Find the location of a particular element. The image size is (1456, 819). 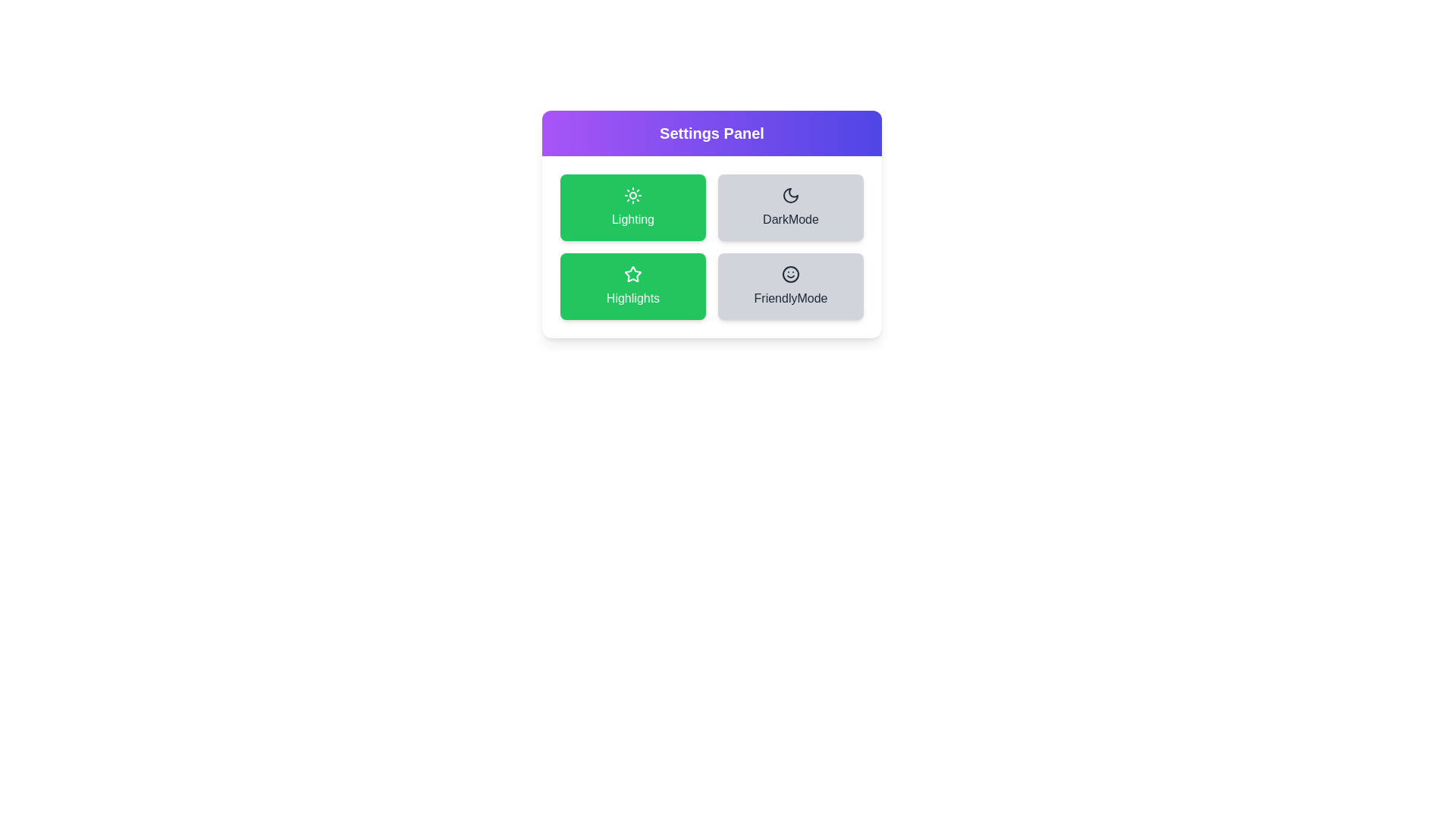

the setting Lighting to see the hover effect is located at coordinates (633, 207).